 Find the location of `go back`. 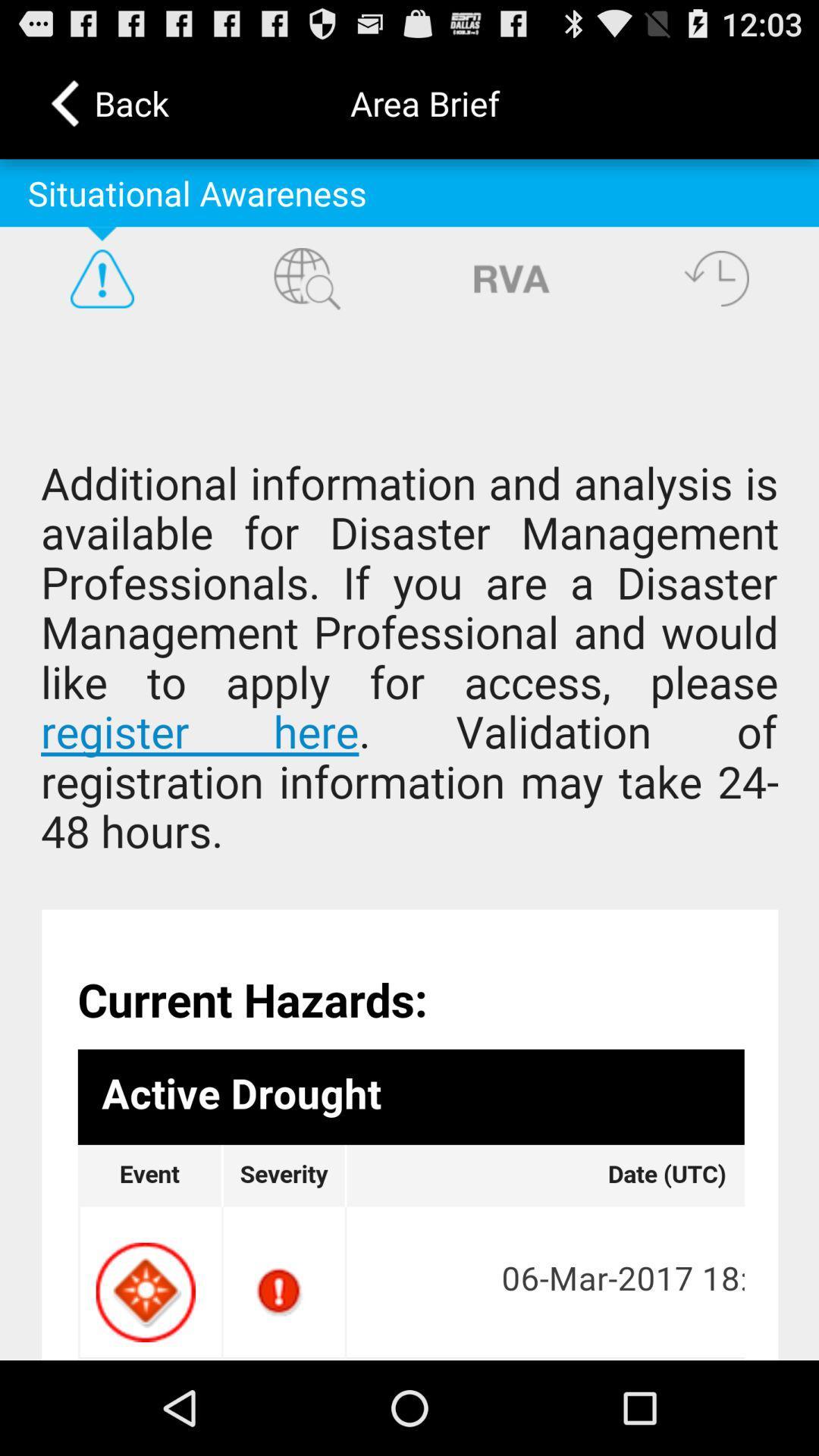

go back is located at coordinates (717, 278).